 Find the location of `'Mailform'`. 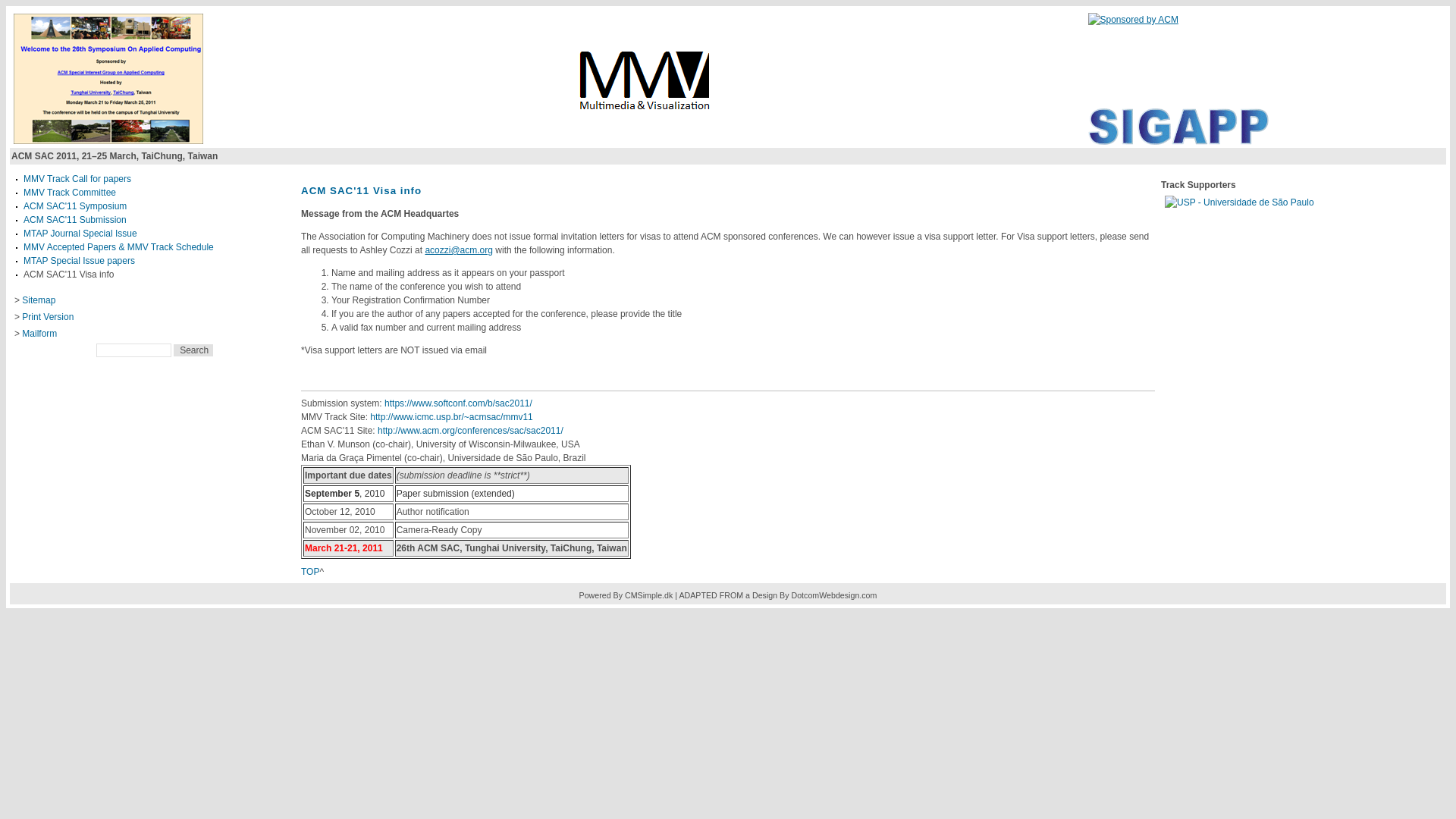

'Mailform' is located at coordinates (39, 332).